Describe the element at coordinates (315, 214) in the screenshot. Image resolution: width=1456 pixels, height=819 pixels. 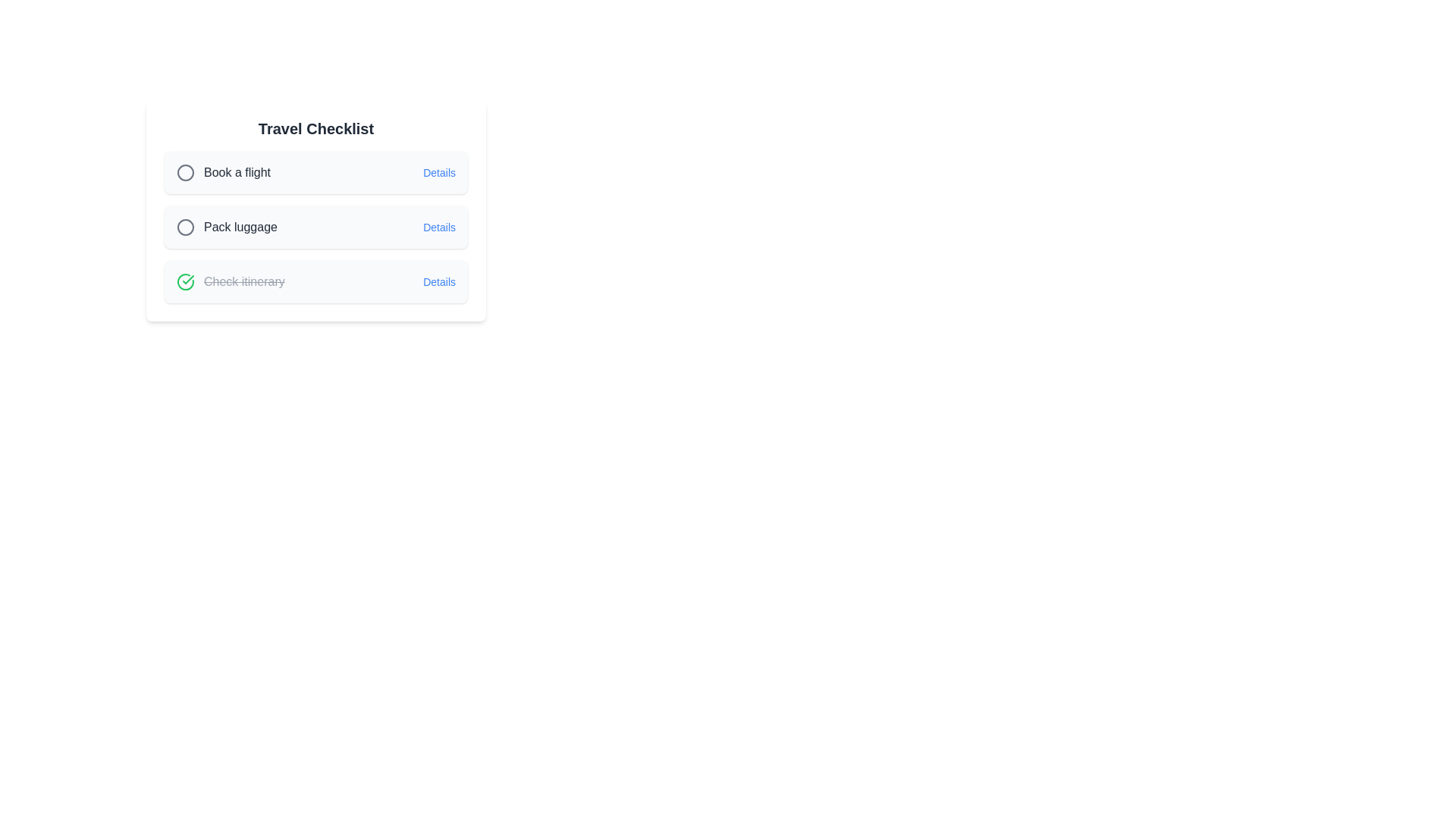
I see `the list item titled 'Pack luggage' in the travel checklist, which includes a 'Details' link for further actions` at that location.